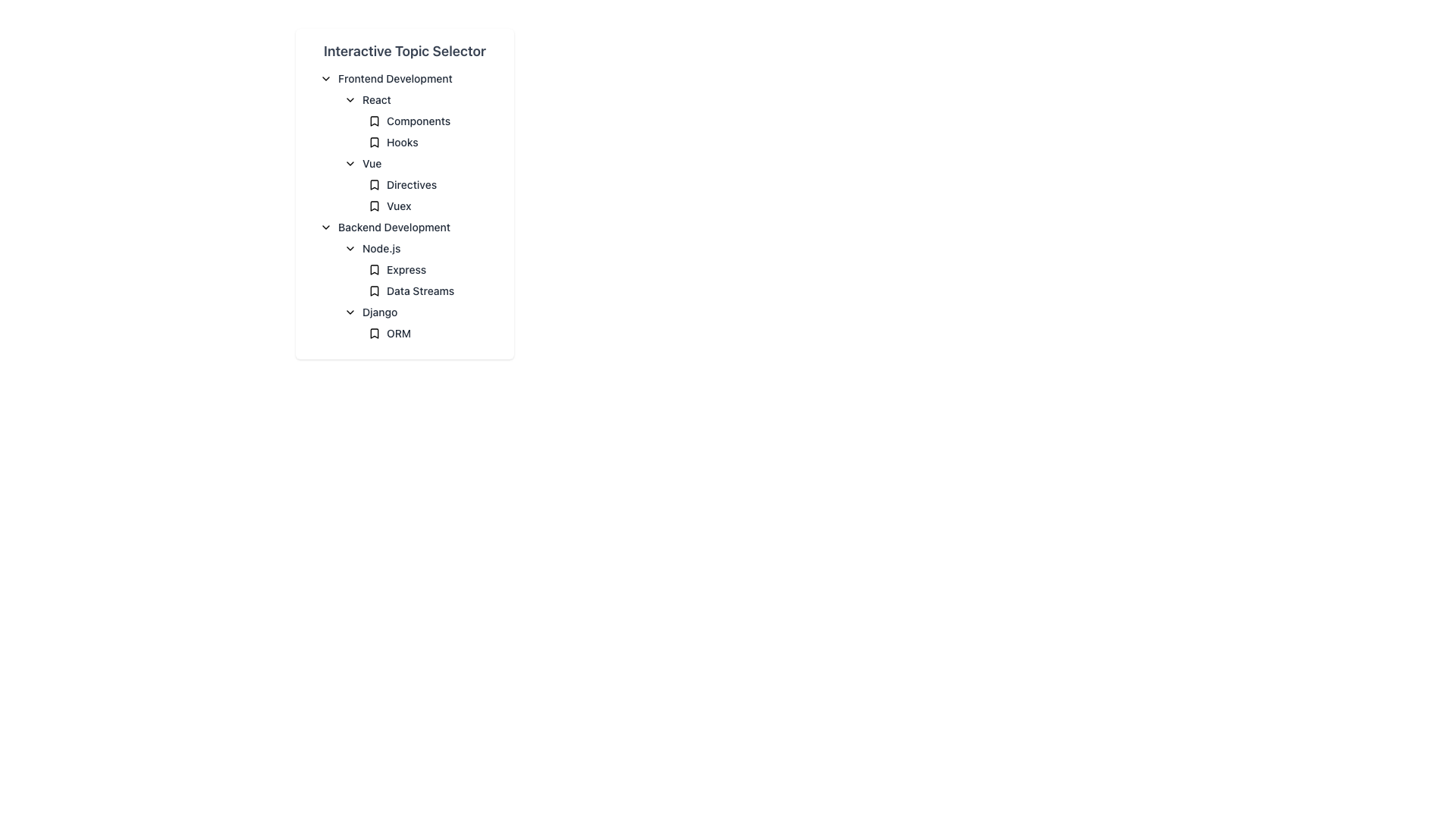 This screenshot has width=1456, height=819. What do you see at coordinates (349, 164) in the screenshot?
I see `the Chevron Down icon that expands or collapses the list of options associated with 'Vue' to observe visual changes` at bounding box center [349, 164].